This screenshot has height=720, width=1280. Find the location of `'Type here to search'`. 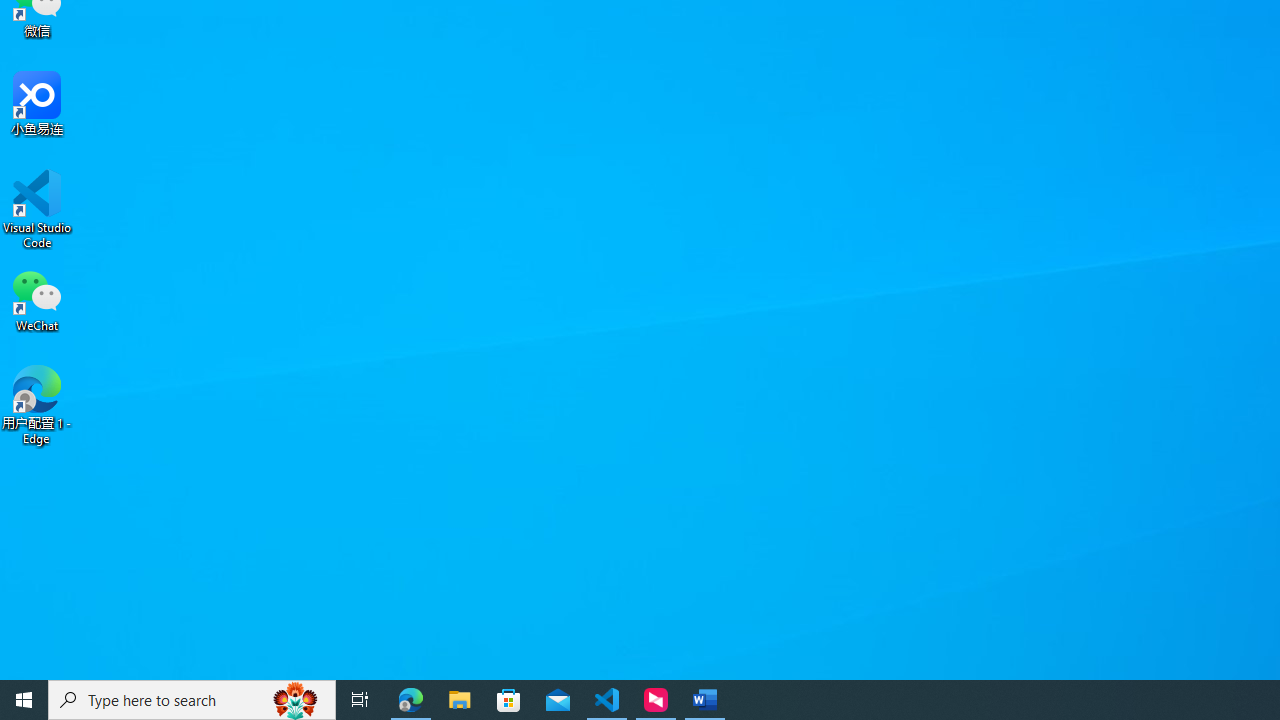

'Type here to search' is located at coordinates (192, 698).